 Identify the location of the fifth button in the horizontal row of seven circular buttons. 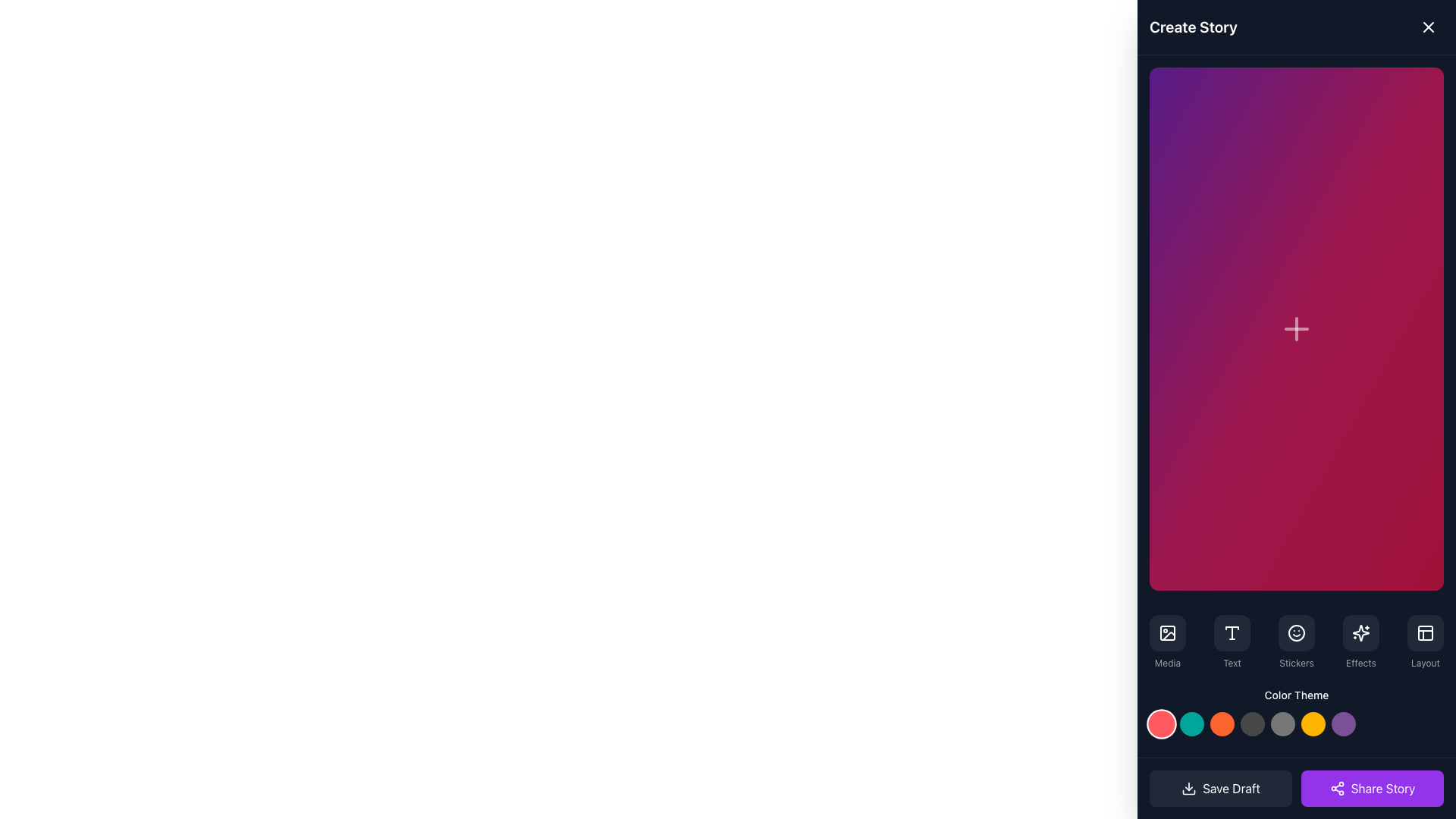
(1282, 722).